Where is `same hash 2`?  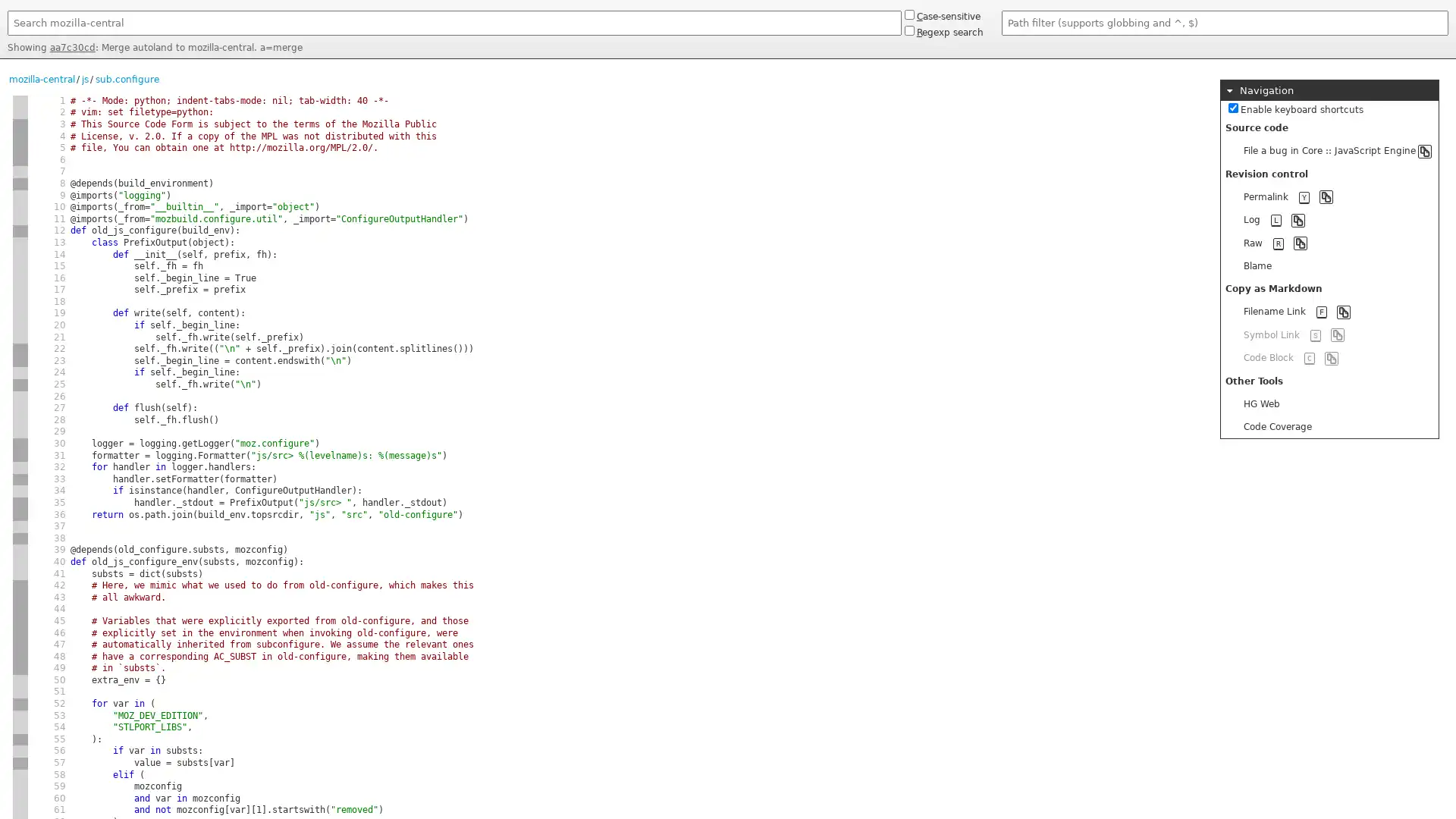 same hash 2 is located at coordinates (20, 596).